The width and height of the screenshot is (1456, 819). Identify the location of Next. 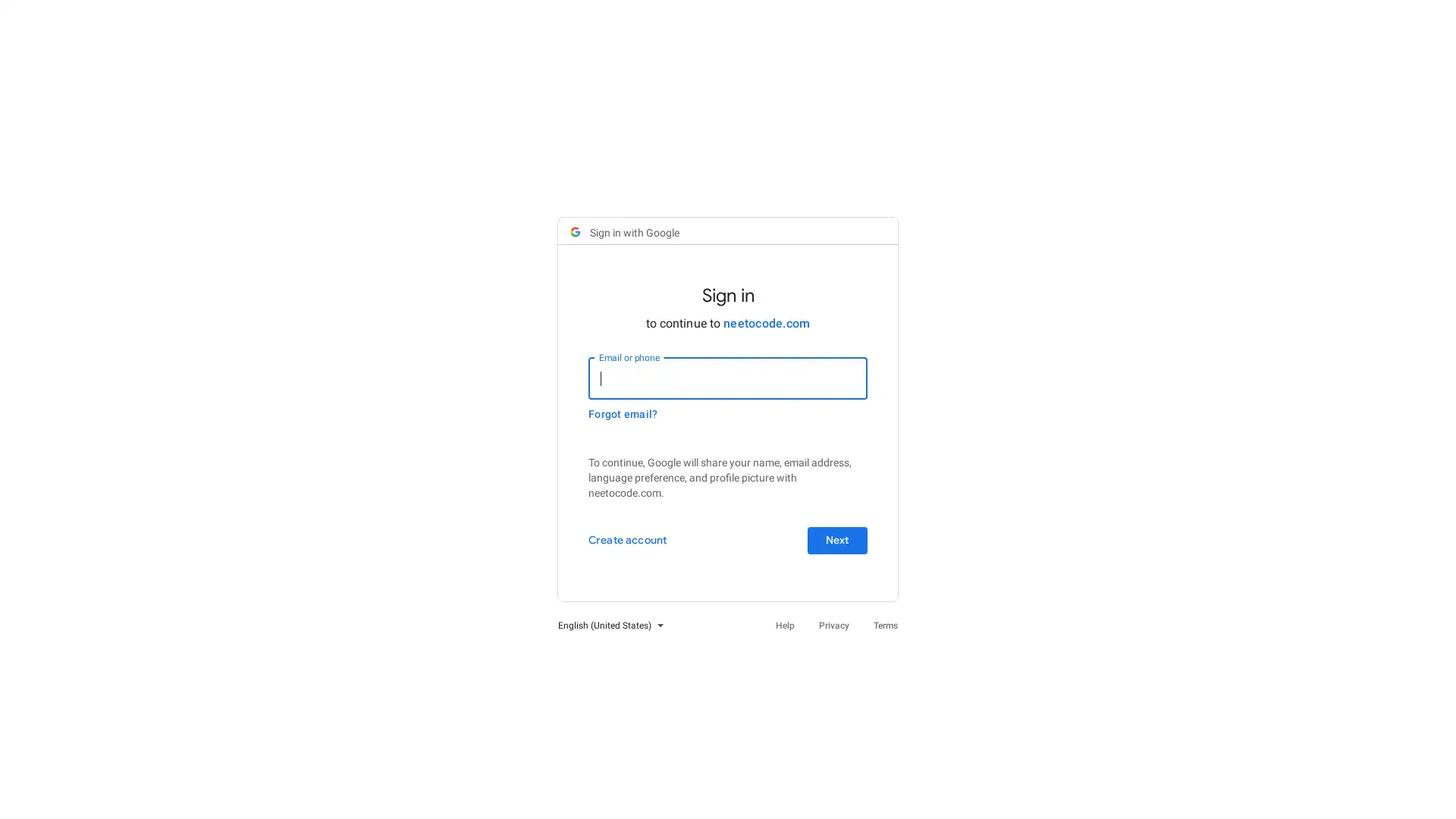
(836, 540).